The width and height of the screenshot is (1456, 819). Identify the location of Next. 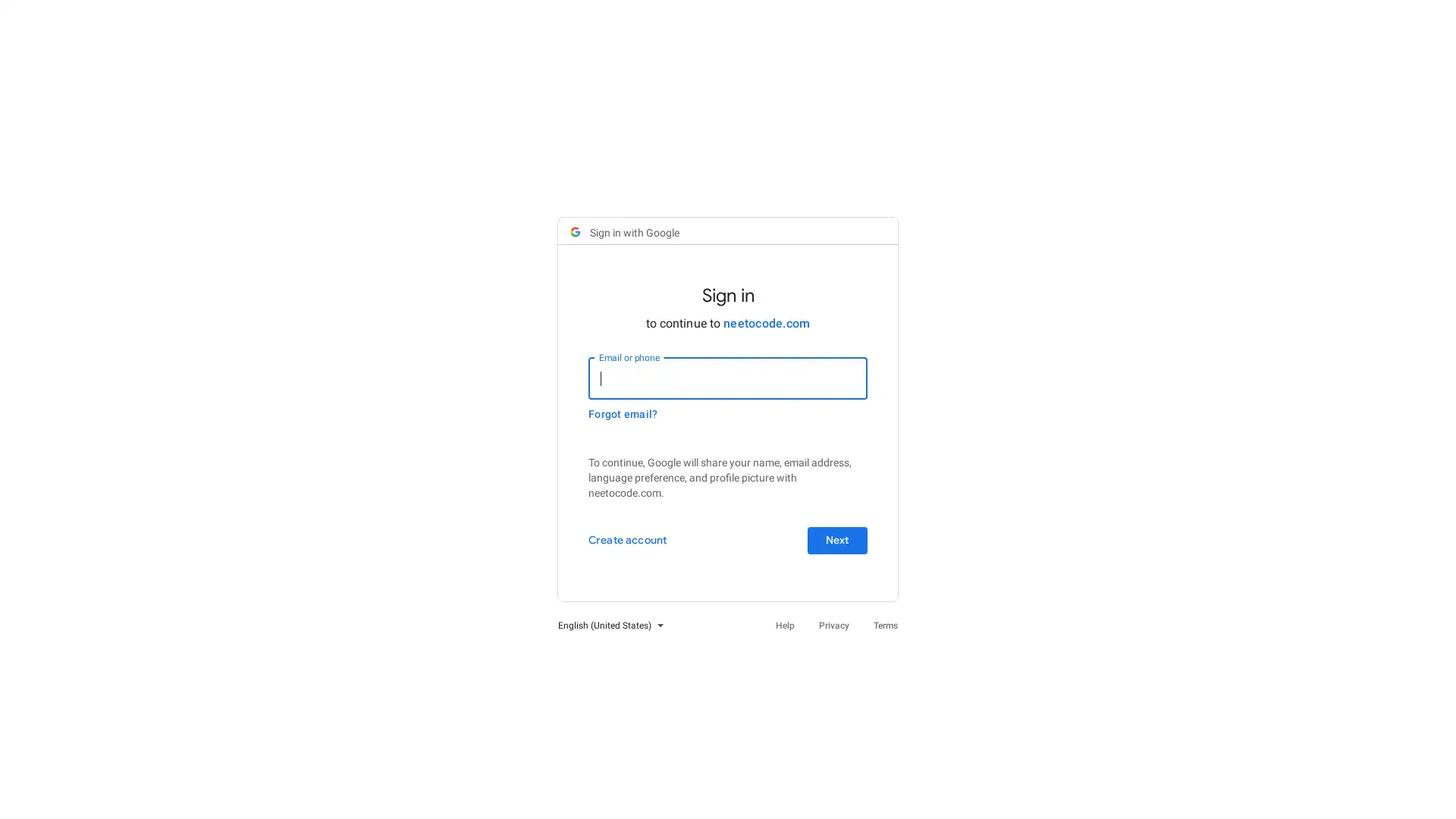
(836, 540).